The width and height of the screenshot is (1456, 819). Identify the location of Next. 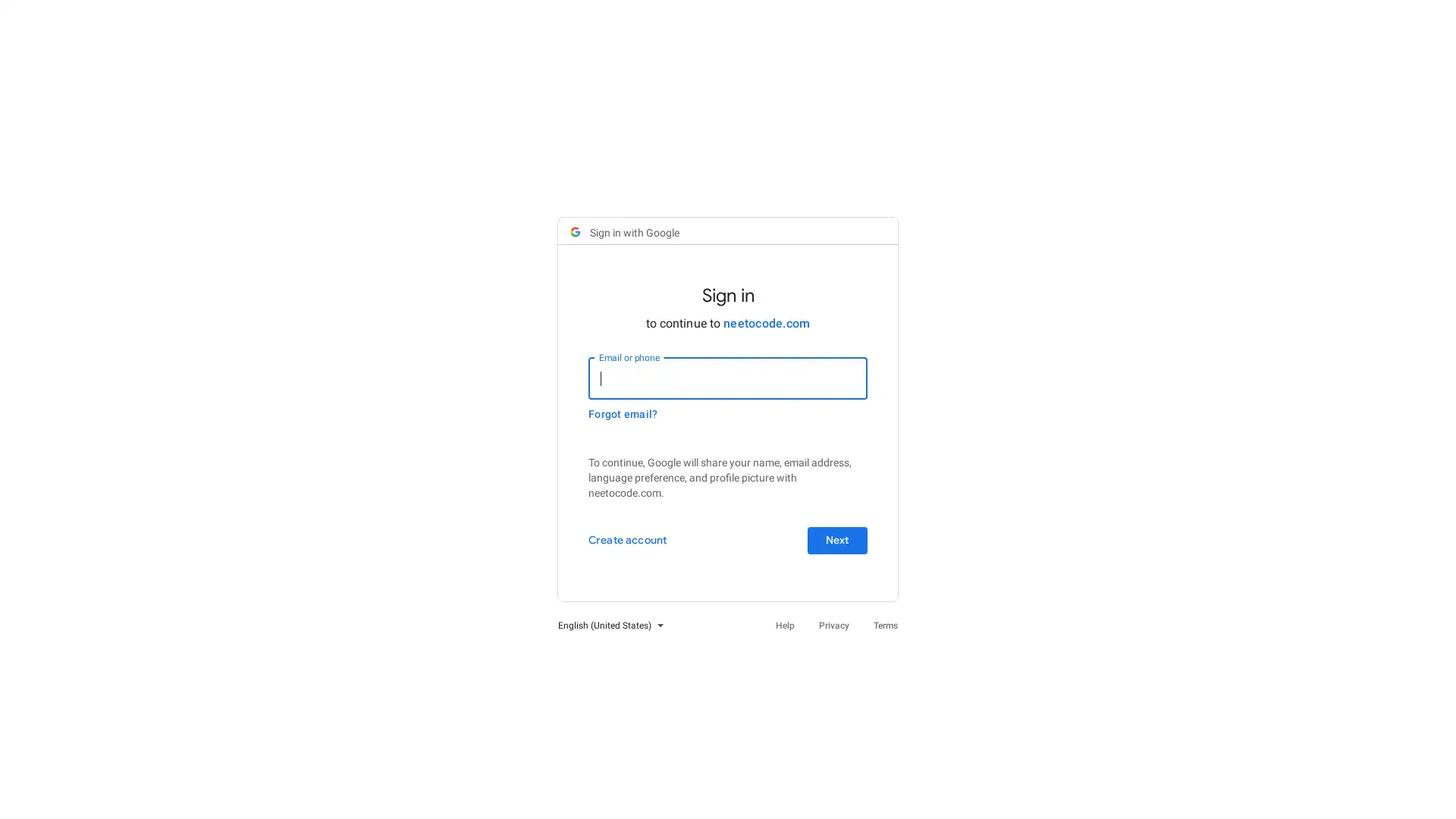
(836, 540).